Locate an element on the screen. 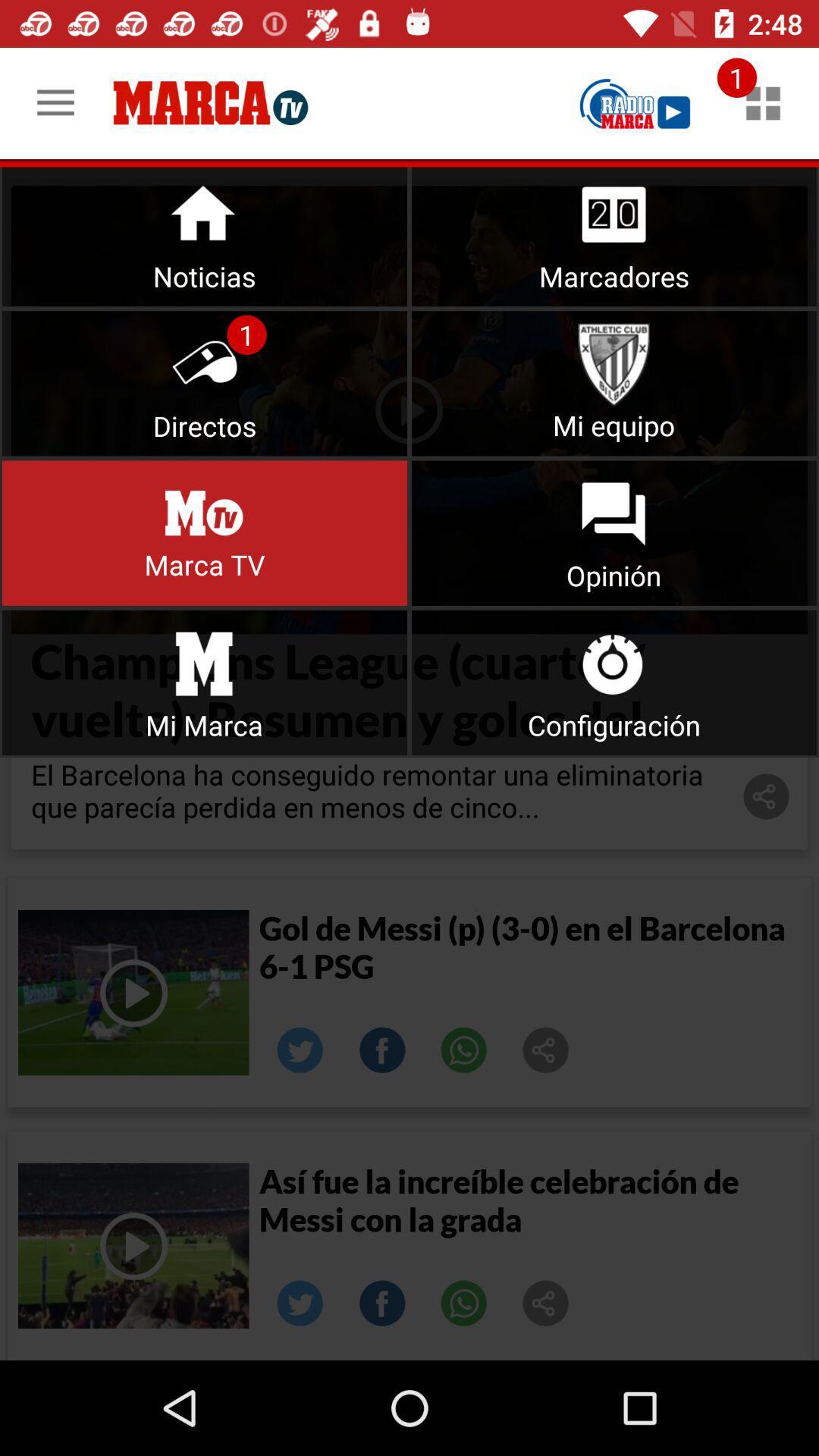 The height and width of the screenshot is (1456, 819). share the video is located at coordinates (546, 1302).